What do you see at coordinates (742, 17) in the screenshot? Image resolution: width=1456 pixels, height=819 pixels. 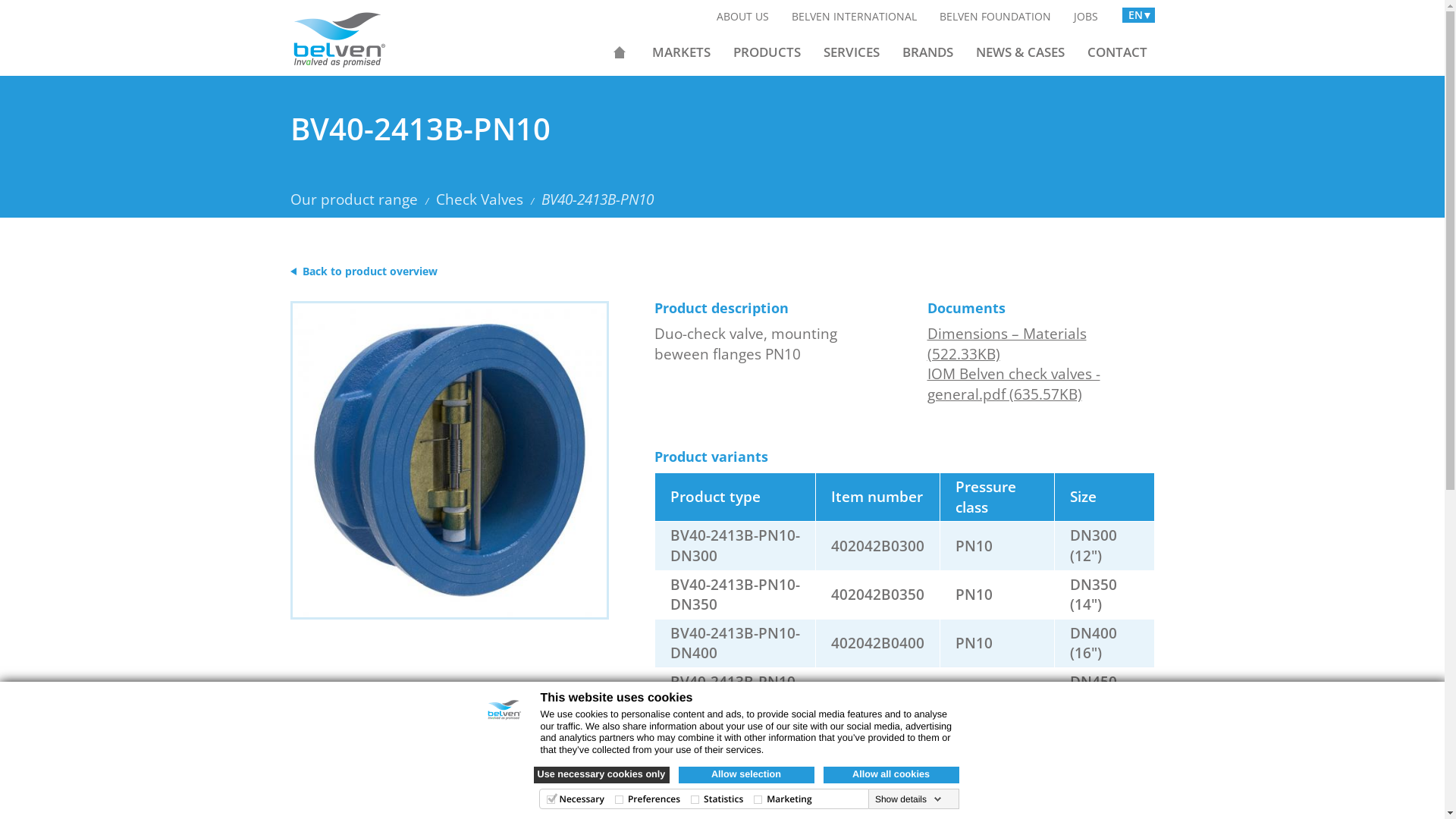 I see `'ABOUT US'` at bounding box center [742, 17].